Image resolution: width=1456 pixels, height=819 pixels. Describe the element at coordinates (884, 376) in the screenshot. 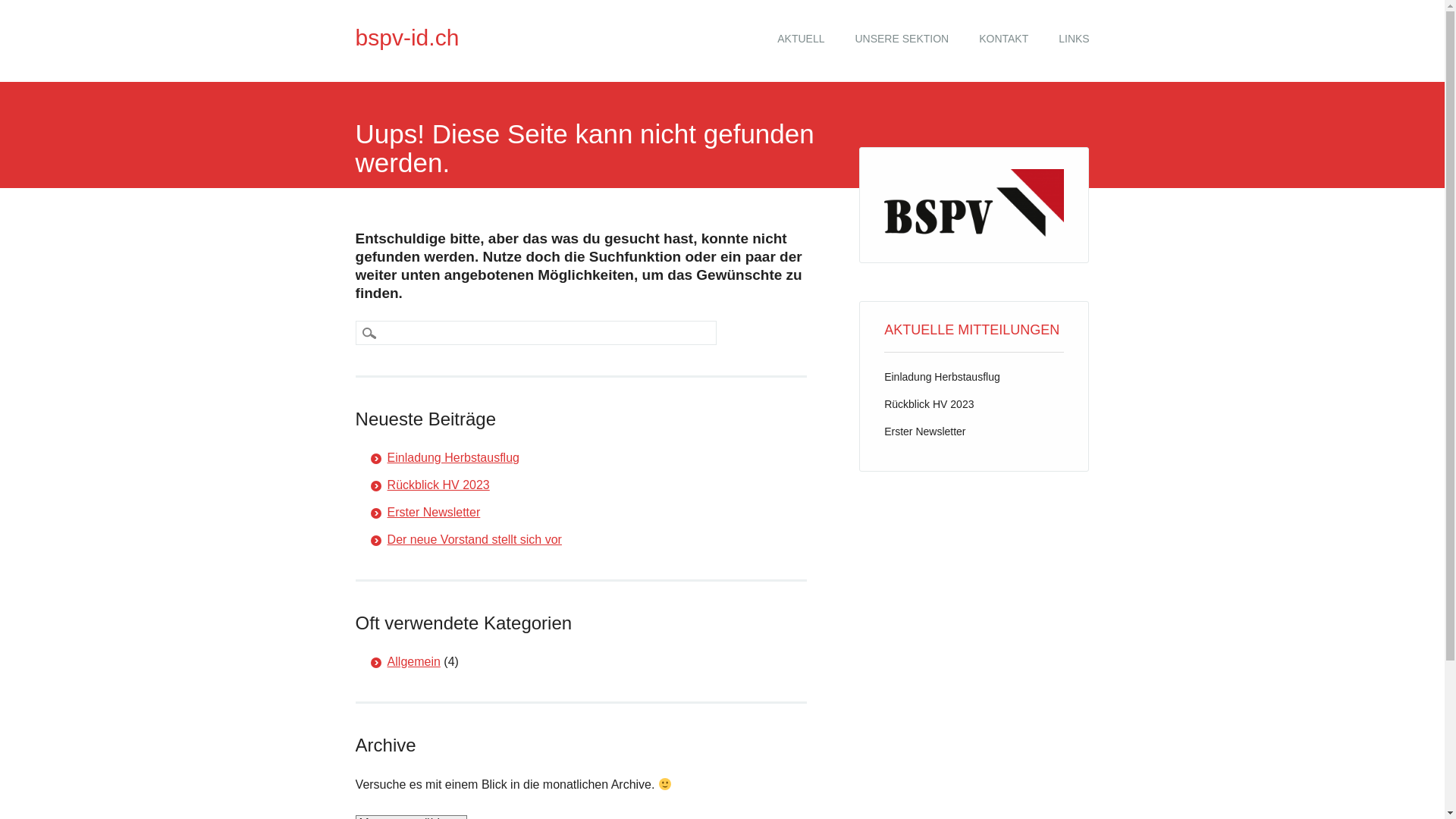

I see `'Einladung Herbstausflug'` at that location.